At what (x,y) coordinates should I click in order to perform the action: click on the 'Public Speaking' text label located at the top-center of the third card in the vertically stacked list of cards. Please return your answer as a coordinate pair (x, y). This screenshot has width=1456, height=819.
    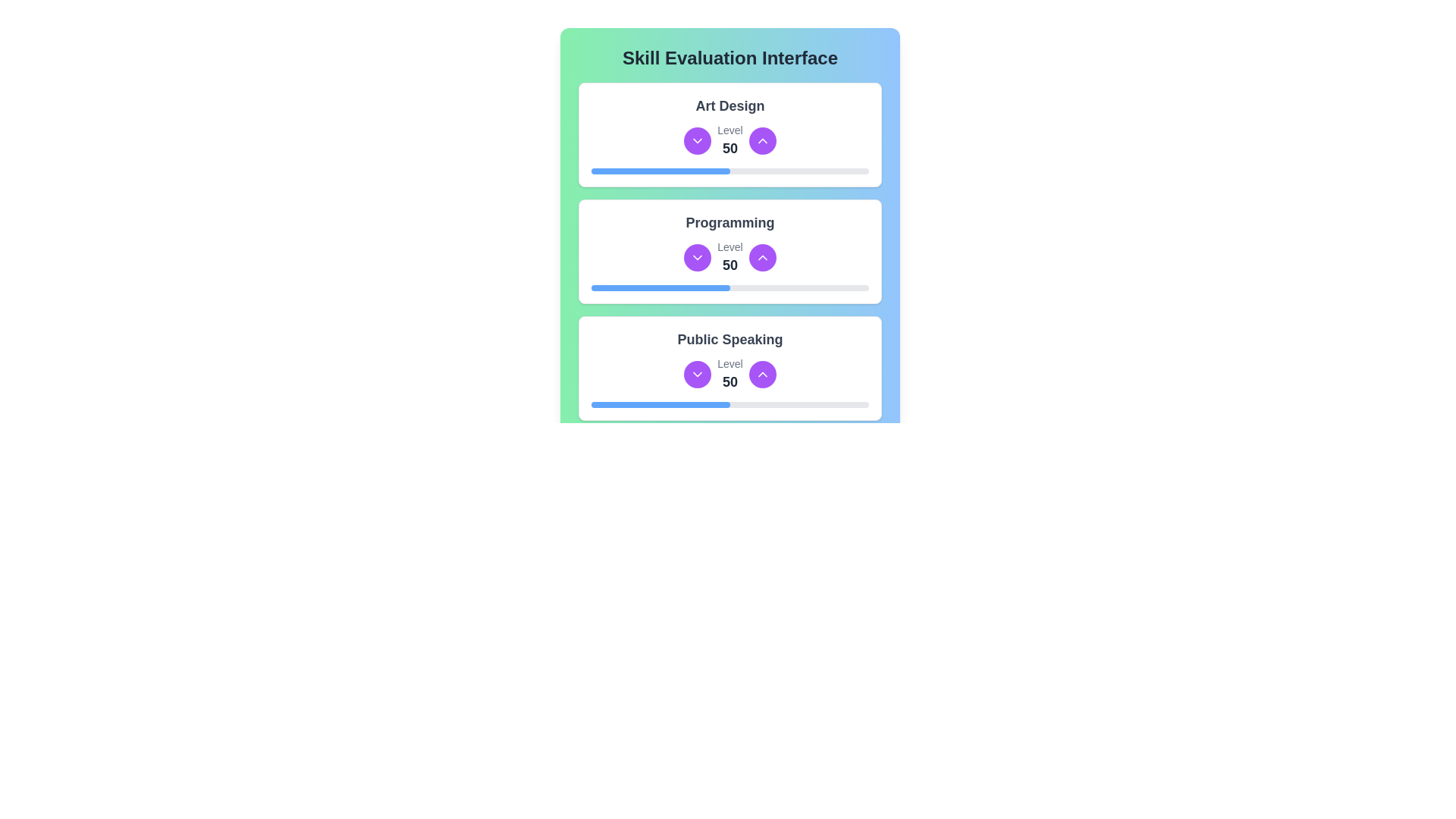
    Looking at the image, I should click on (730, 338).